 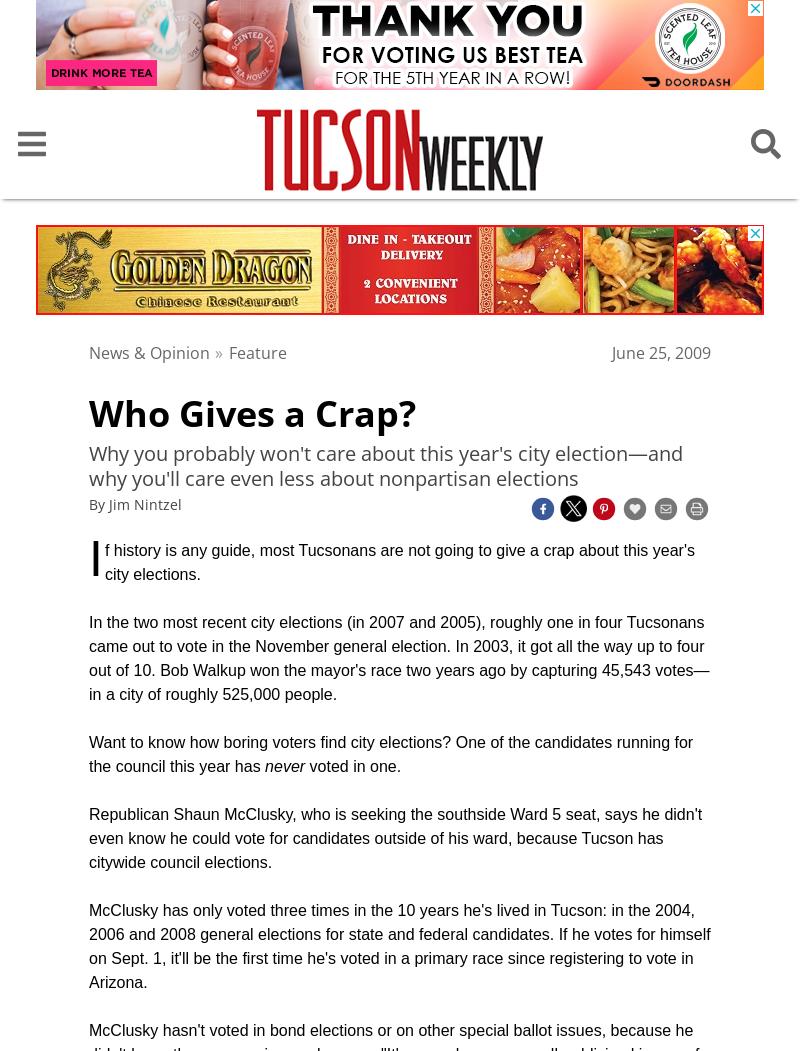 I want to click on 'I', so click(x=89, y=558).